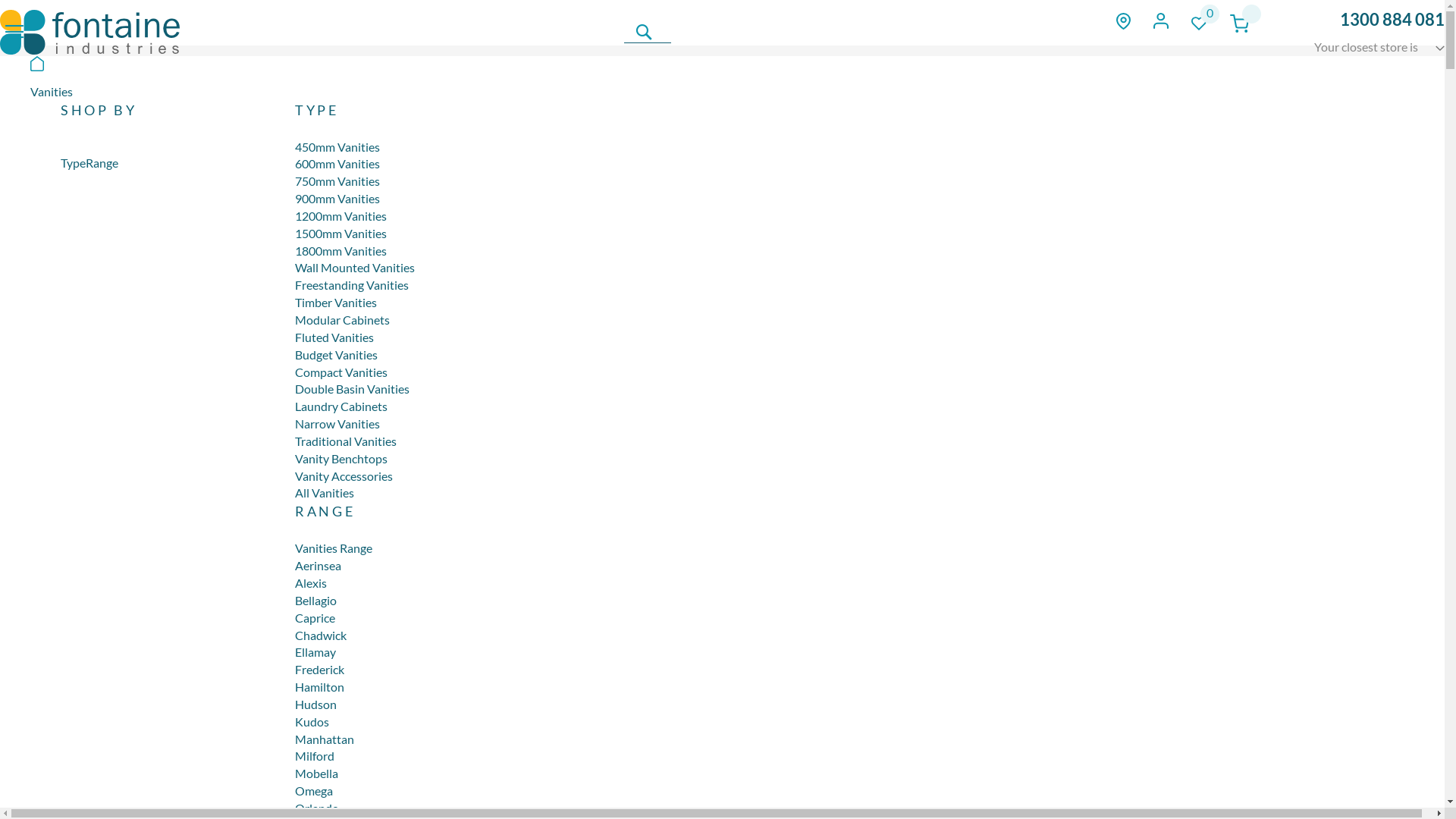  What do you see at coordinates (72, 162) in the screenshot?
I see `'Type'` at bounding box center [72, 162].